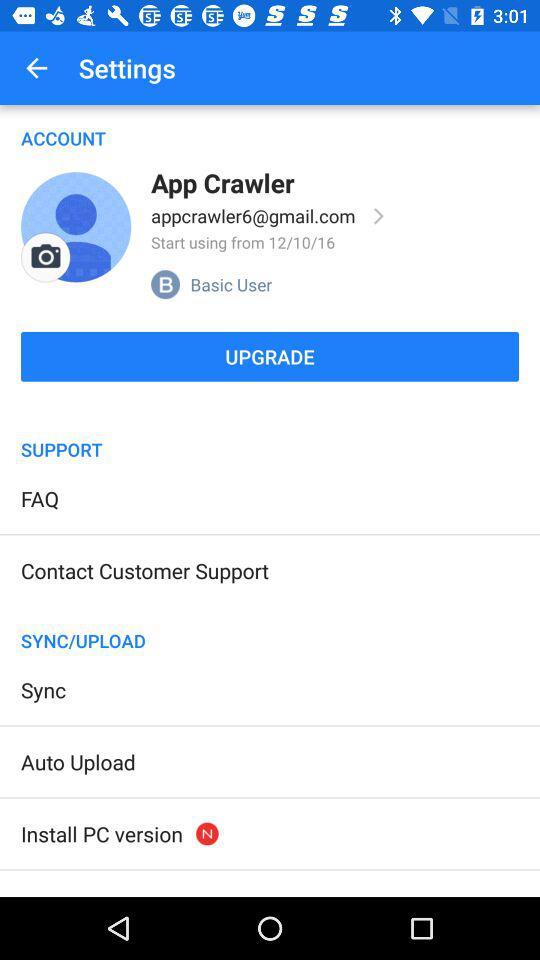 The height and width of the screenshot is (960, 540). I want to click on item above the account, so click(36, 68).